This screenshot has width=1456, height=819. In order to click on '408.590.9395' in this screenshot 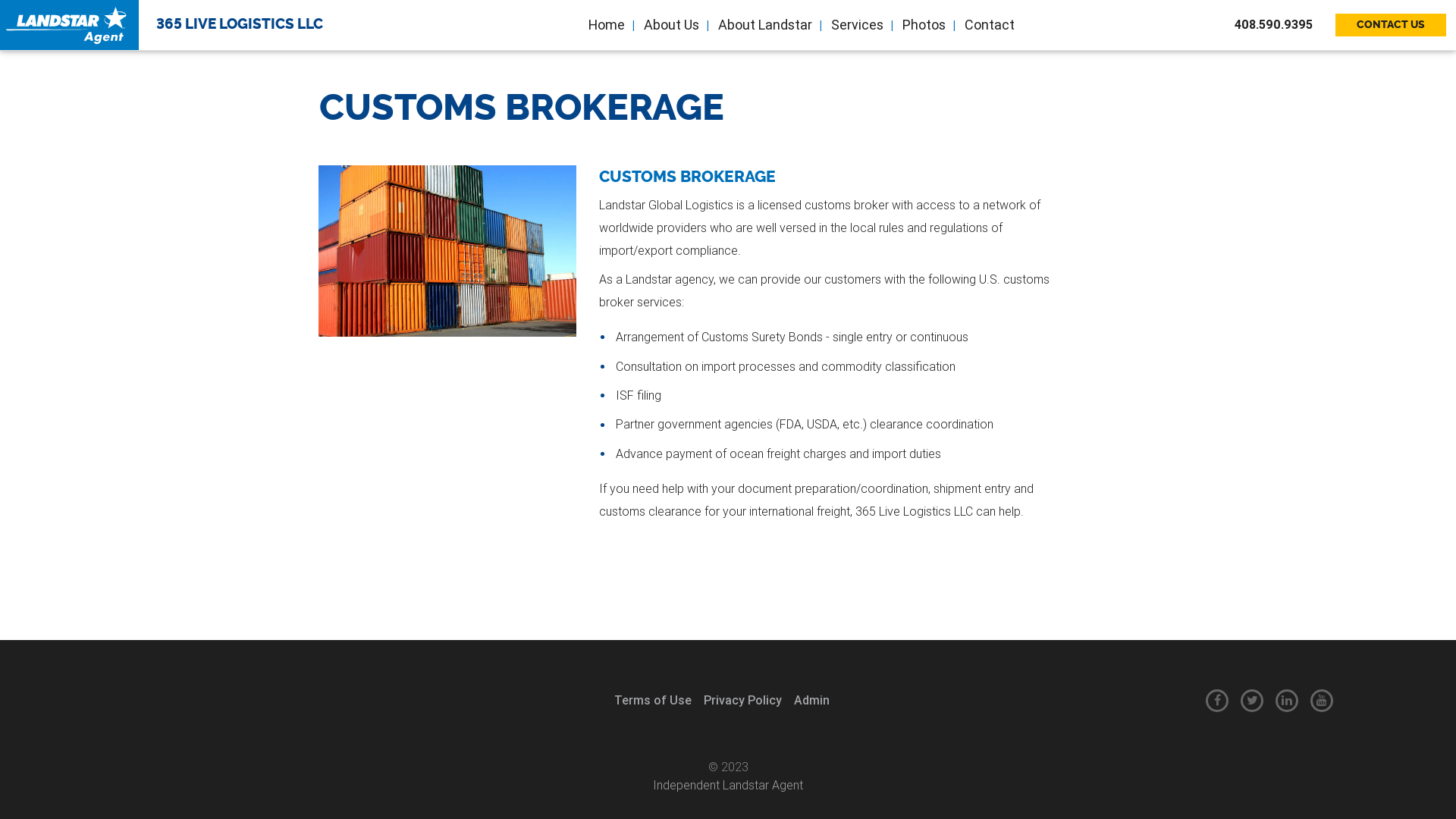, I will do `click(1282, 25)`.